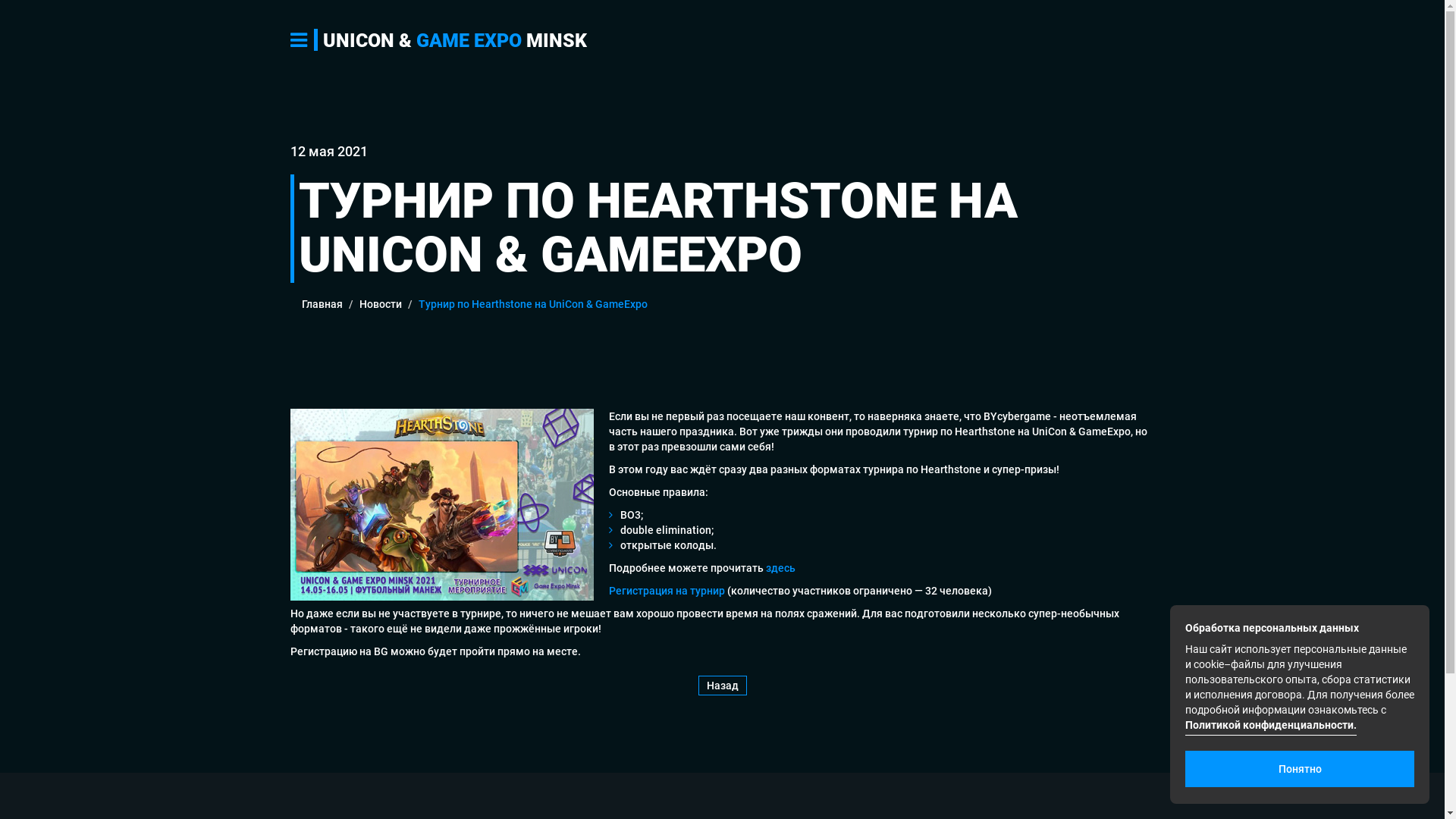 This screenshot has height=819, width=1456. Describe the element at coordinates (450, 40) in the screenshot. I see `'UNICON & GAME EXPO MINSK'` at that location.